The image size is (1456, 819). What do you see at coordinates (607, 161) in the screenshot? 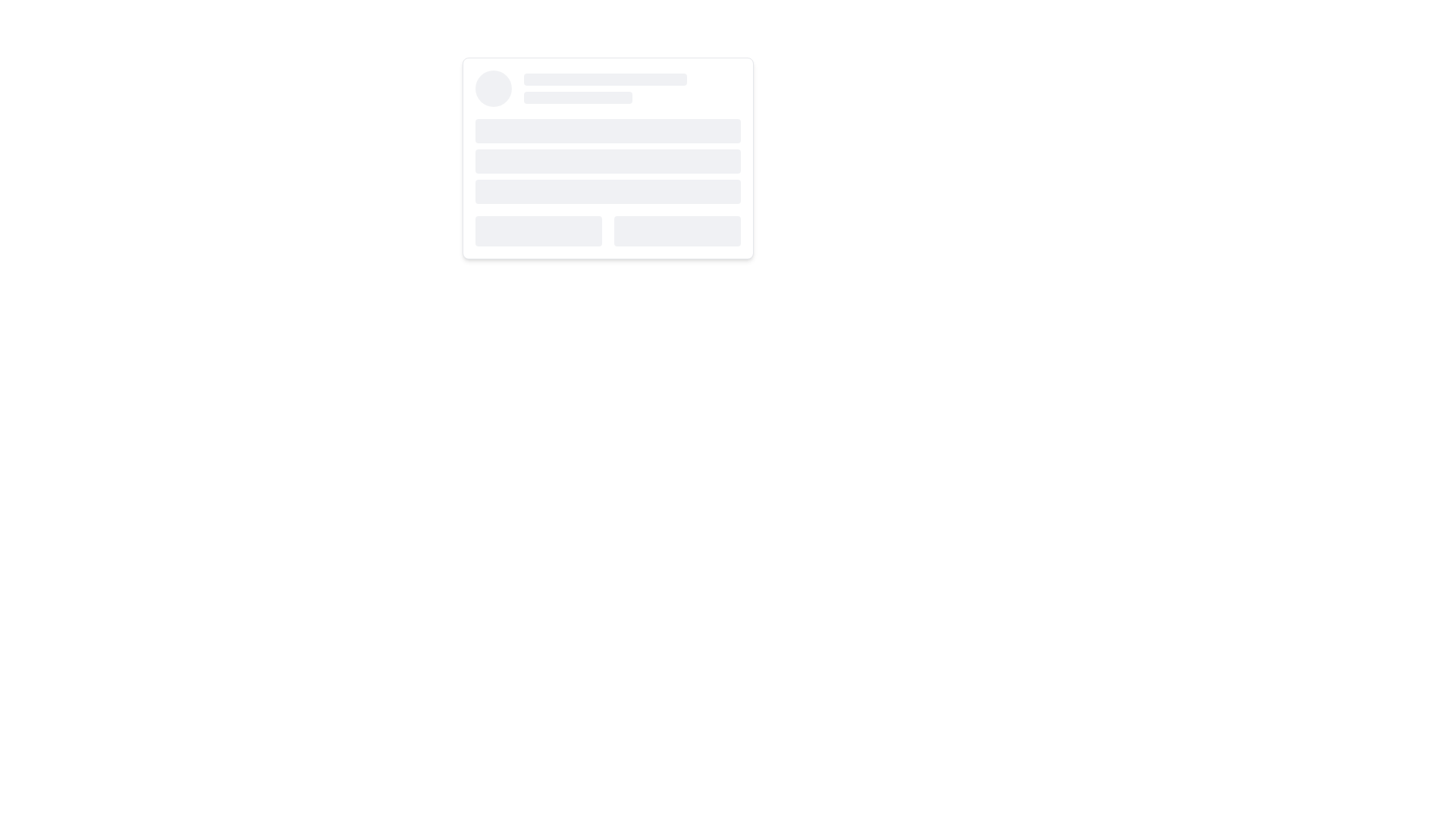
I see `the second animated loading placeholder element in the vertical sequence of three placeholders, which is positioned centrally in the interface` at bounding box center [607, 161].